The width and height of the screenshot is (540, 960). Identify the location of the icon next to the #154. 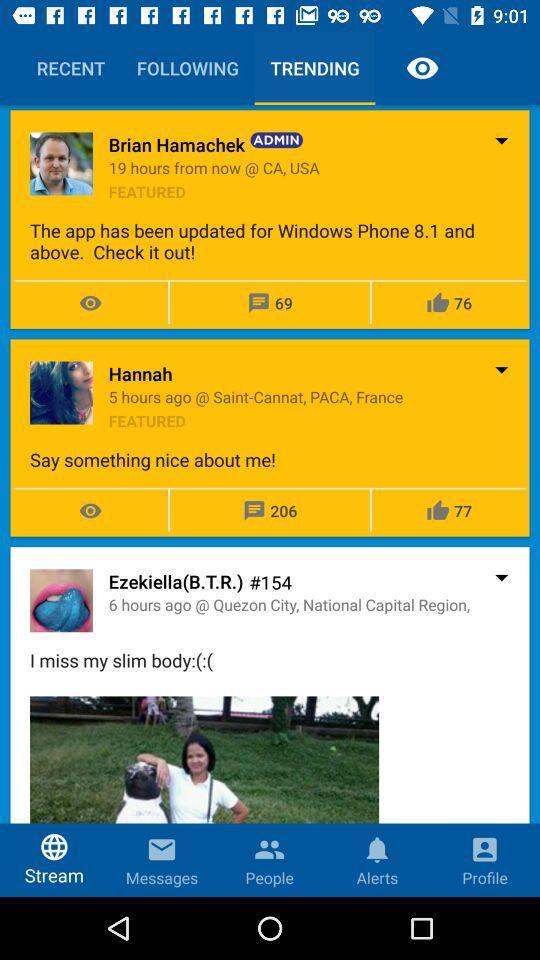
(176, 581).